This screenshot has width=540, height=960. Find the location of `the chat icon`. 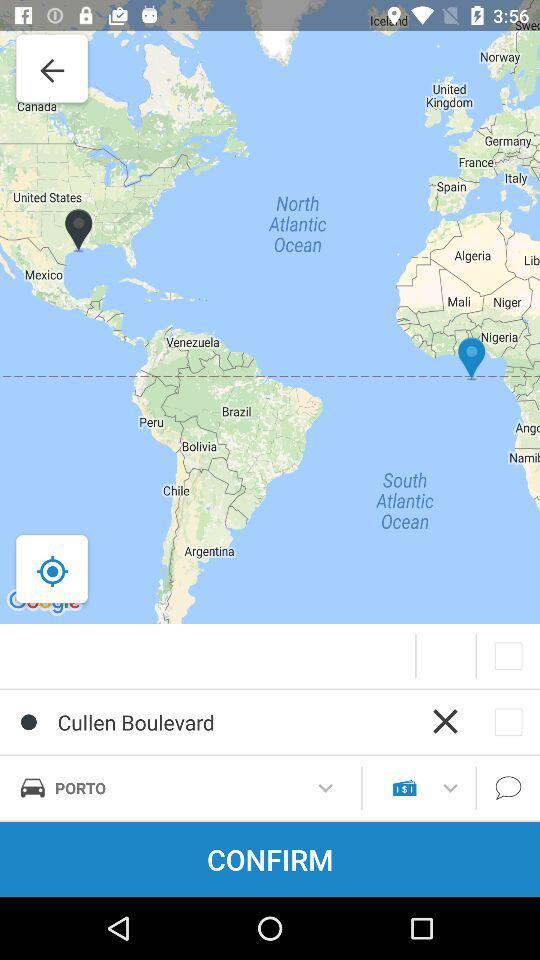

the chat icon is located at coordinates (508, 788).